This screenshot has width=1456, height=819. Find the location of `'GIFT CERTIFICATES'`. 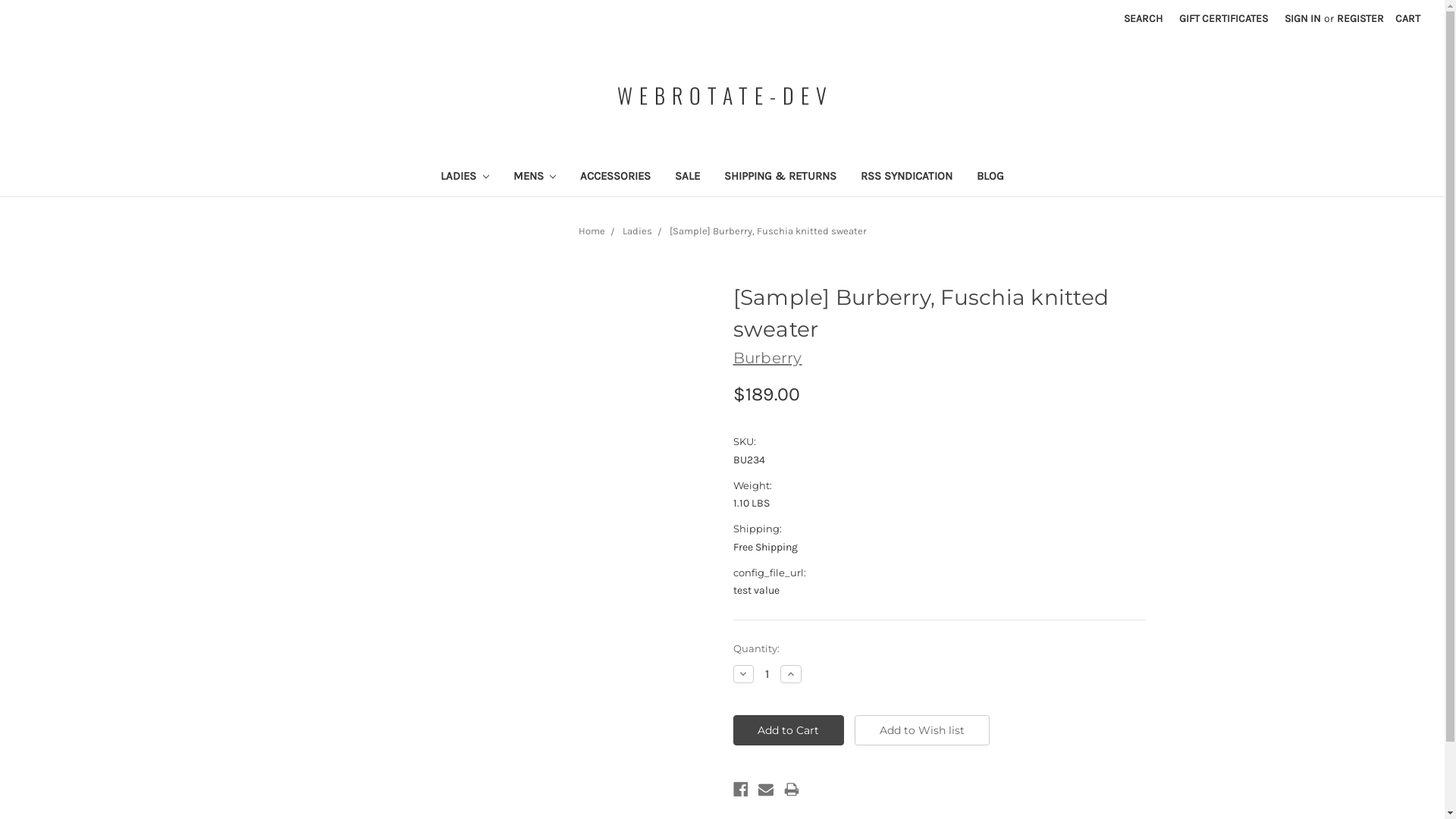

'GIFT CERTIFICATES' is located at coordinates (1223, 18).